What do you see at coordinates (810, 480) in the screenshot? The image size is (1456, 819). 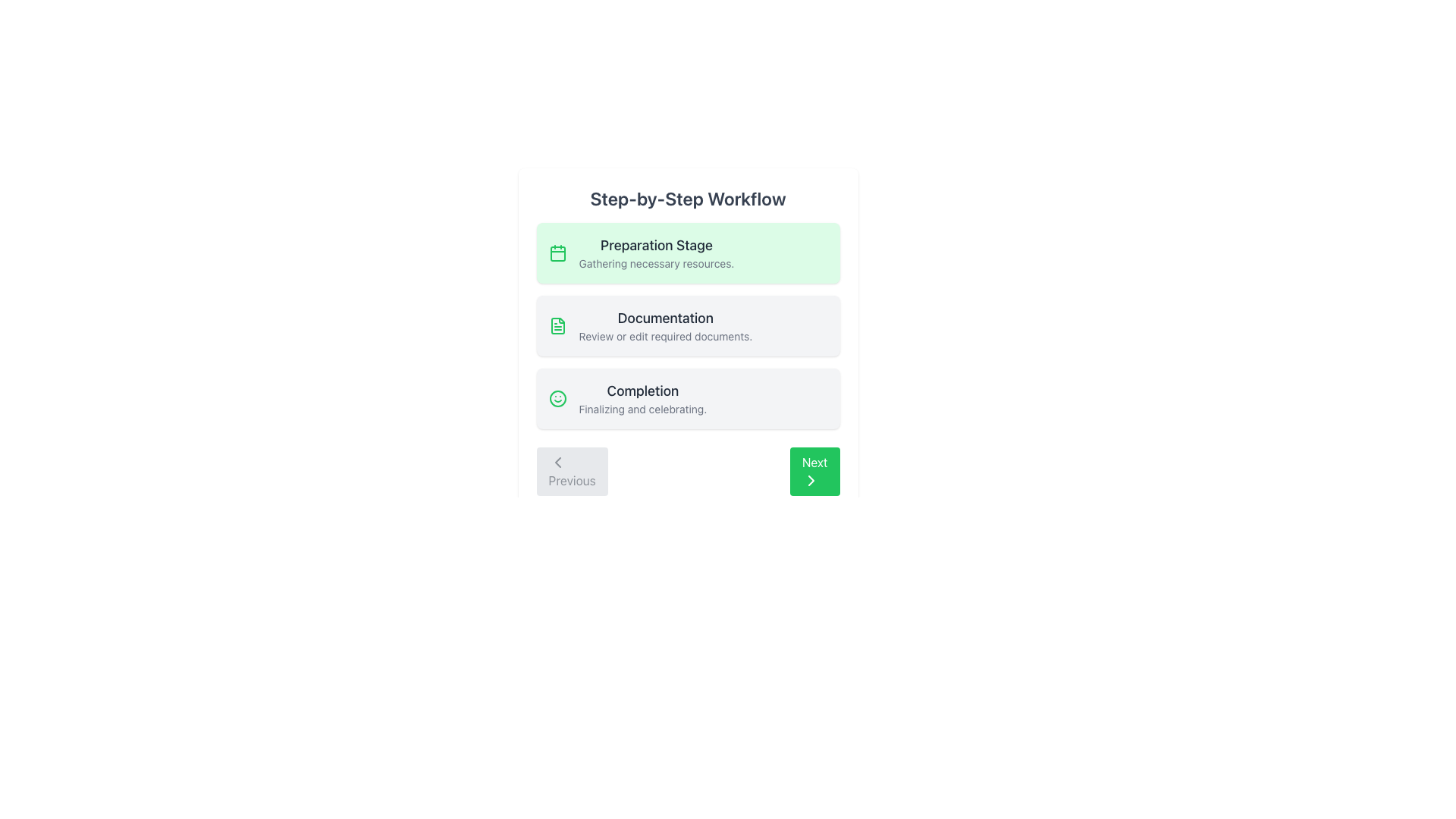 I see `over the SVG Icon that indicates a forward action, located within the 'Next' button at the bottom-right corner of the interface` at bounding box center [810, 480].